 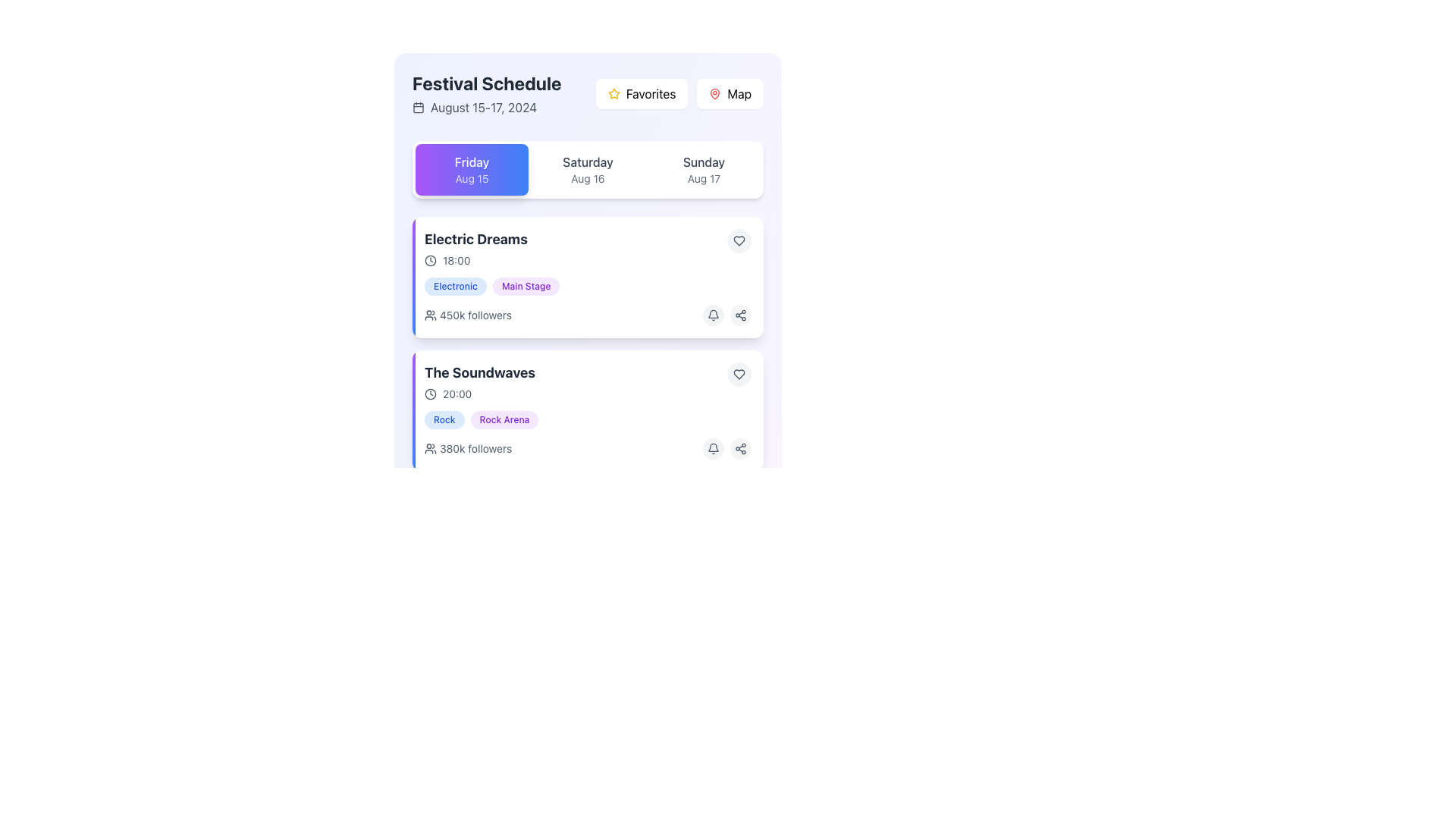 What do you see at coordinates (739, 374) in the screenshot?
I see `the circular button with a gray background and heart icon, located on the far-right side of 'The Soundwaves' section, for keyboard accessibility` at bounding box center [739, 374].